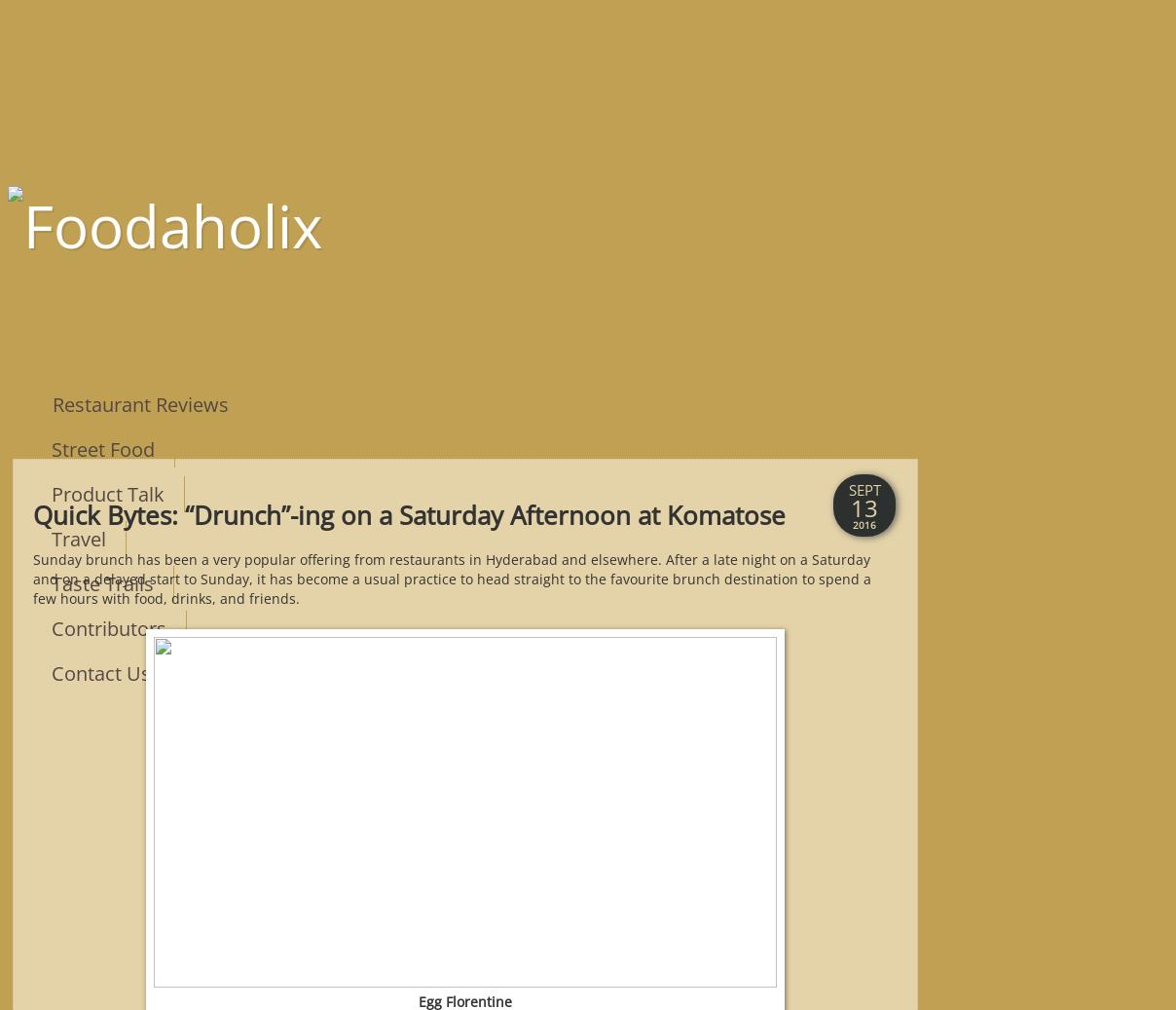 The width and height of the screenshot is (1176, 1010). What do you see at coordinates (452, 579) in the screenshot?
I see `'Sunday brunch has been a very popular offering from restaurants in Hyderabad and elsewhere. After a late night on a Saturday and on a delayed start to Sunday, it has become a usual practice to head straight to the favourite brunch destination to spend a few hours with food, drinks, and friends.'` at bounding box center [452, 579].